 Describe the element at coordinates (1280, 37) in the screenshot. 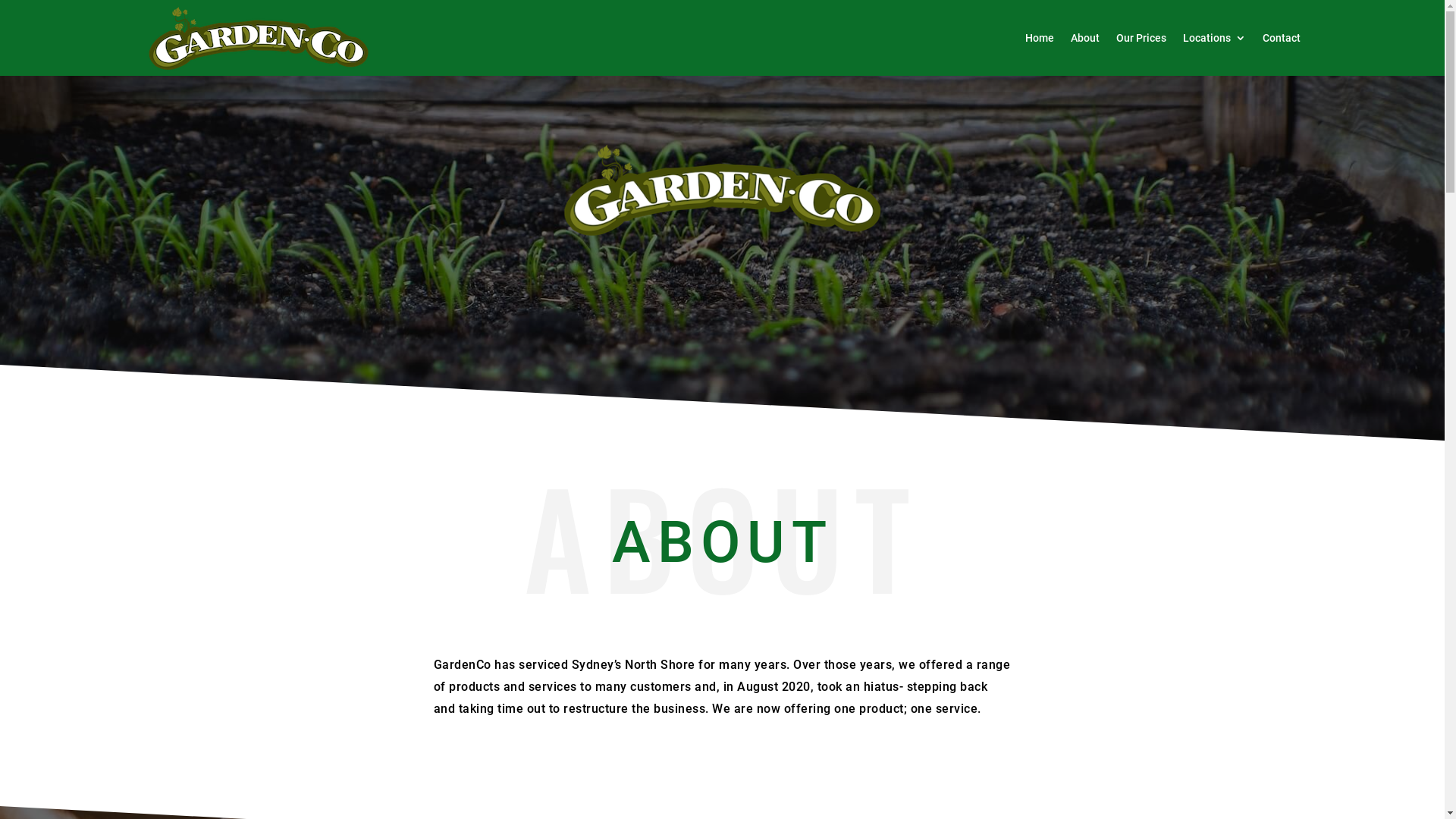

I see `'Contact'` at that location.